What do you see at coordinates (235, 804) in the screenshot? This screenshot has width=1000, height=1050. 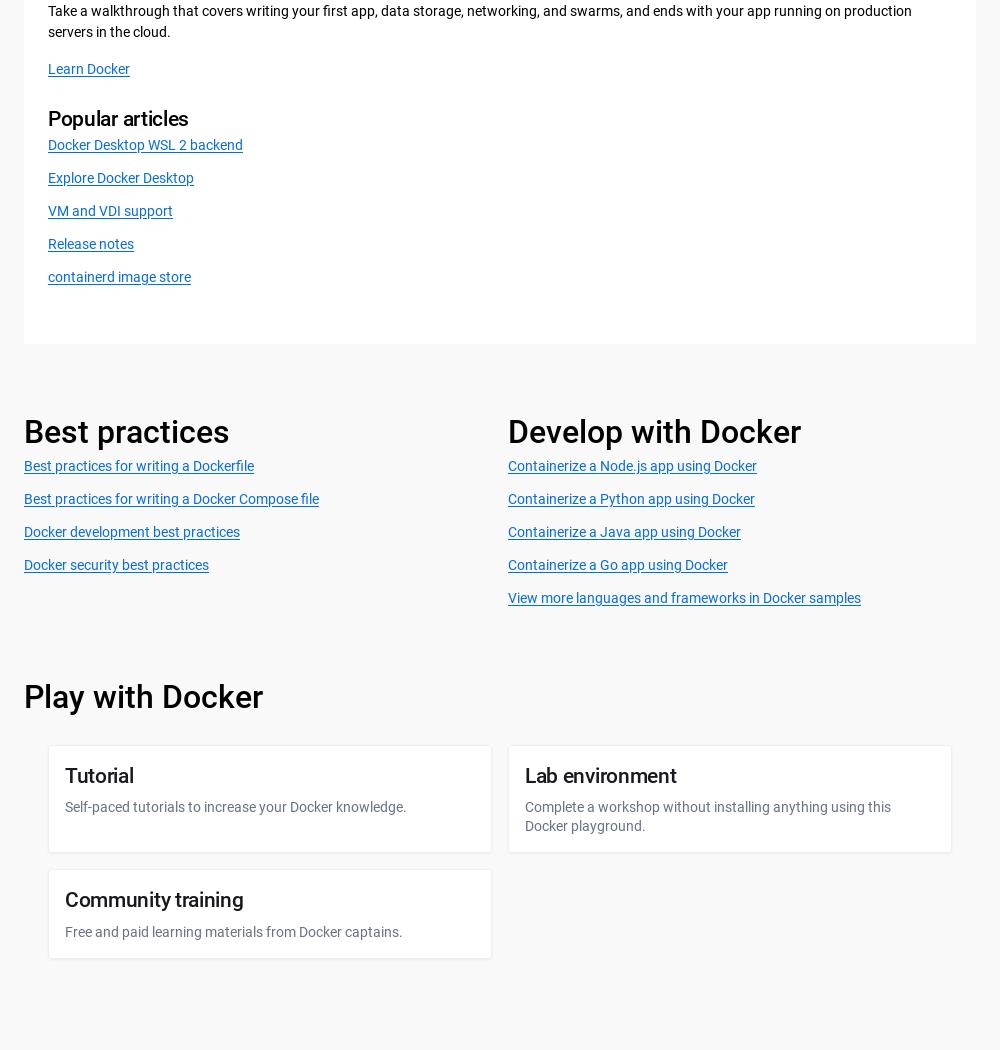 I see `'Self-paced tutorials to increase your Docker knowledge.'` at bounding box center [235, 804].